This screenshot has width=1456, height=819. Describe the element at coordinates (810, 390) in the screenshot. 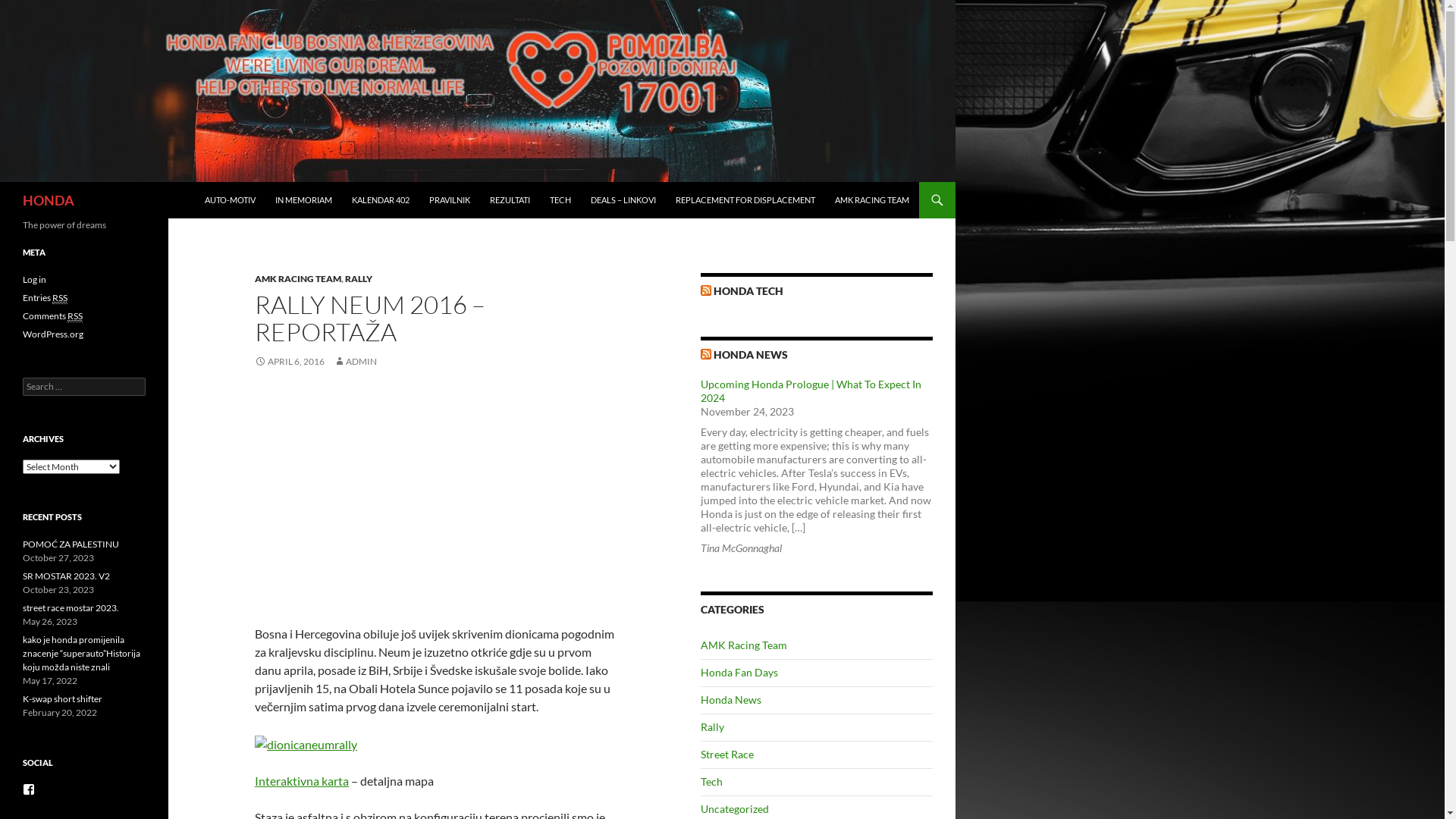

I see `'Upcoming Honda Prologue | What To Expect In 2024'` at that location.